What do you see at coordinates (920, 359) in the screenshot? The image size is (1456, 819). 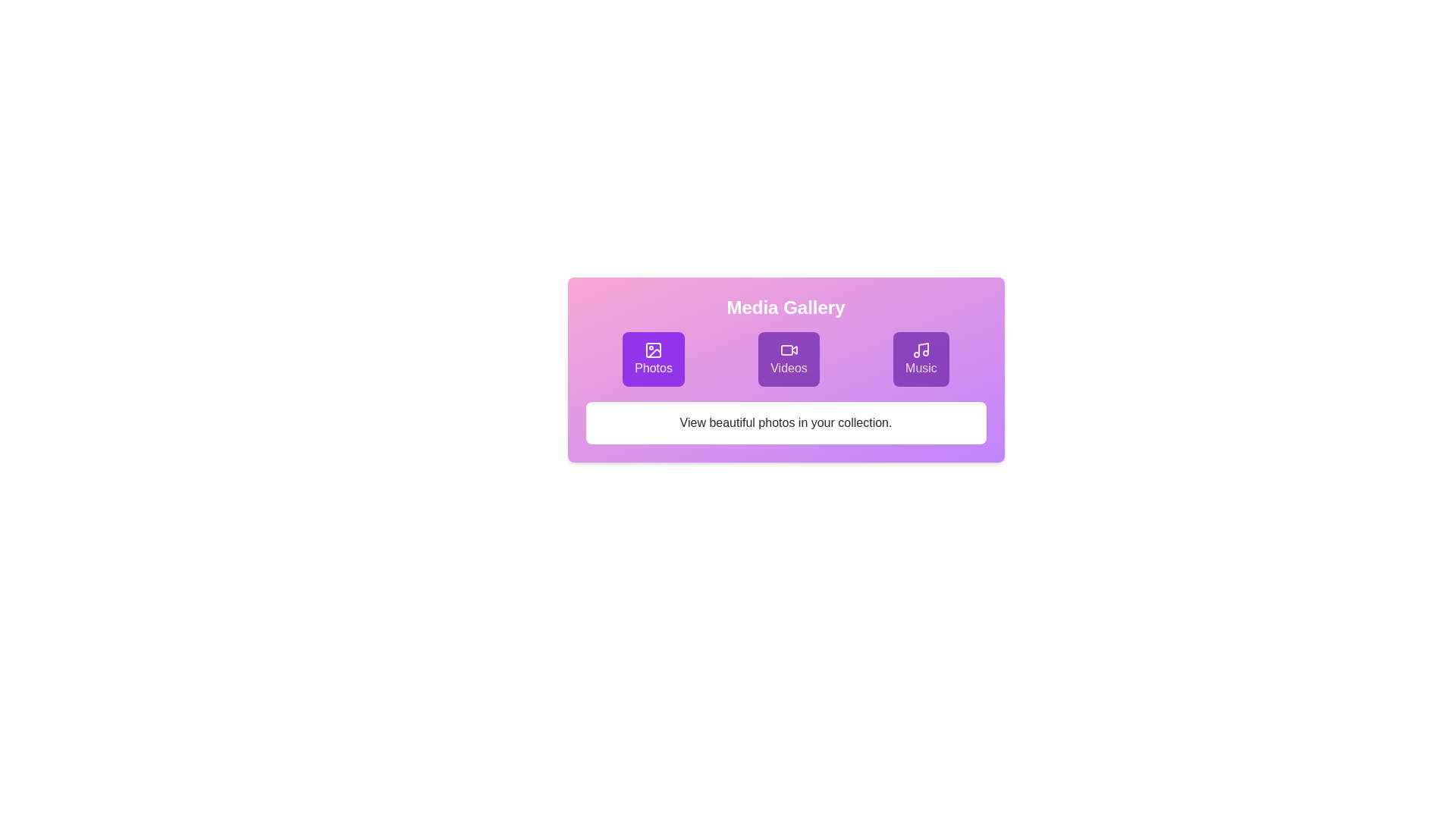 I see `the Music tab` at bounding box center [920, 359].